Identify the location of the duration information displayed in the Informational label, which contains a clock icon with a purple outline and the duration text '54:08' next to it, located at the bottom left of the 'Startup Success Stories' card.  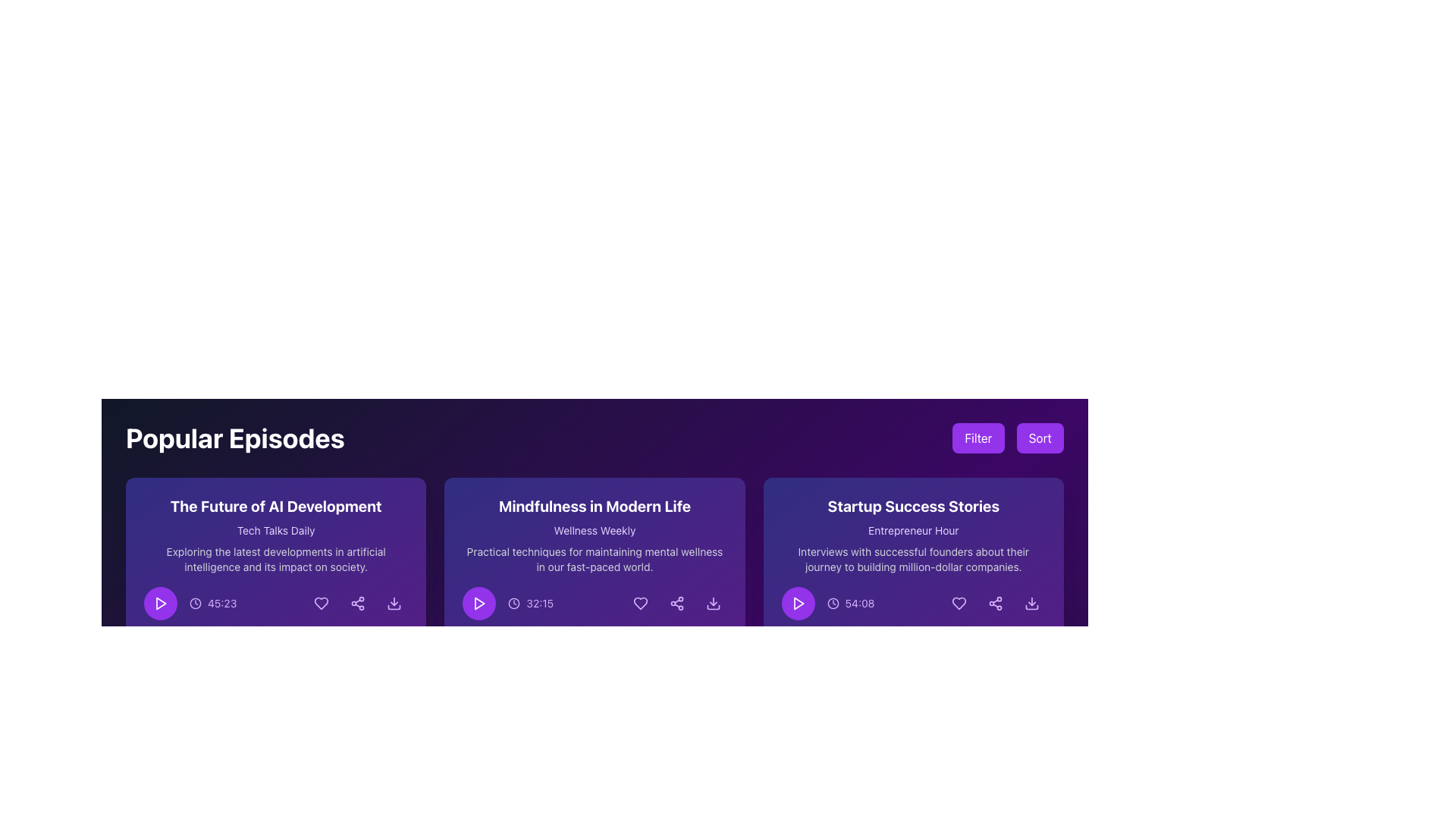
(827, 602).